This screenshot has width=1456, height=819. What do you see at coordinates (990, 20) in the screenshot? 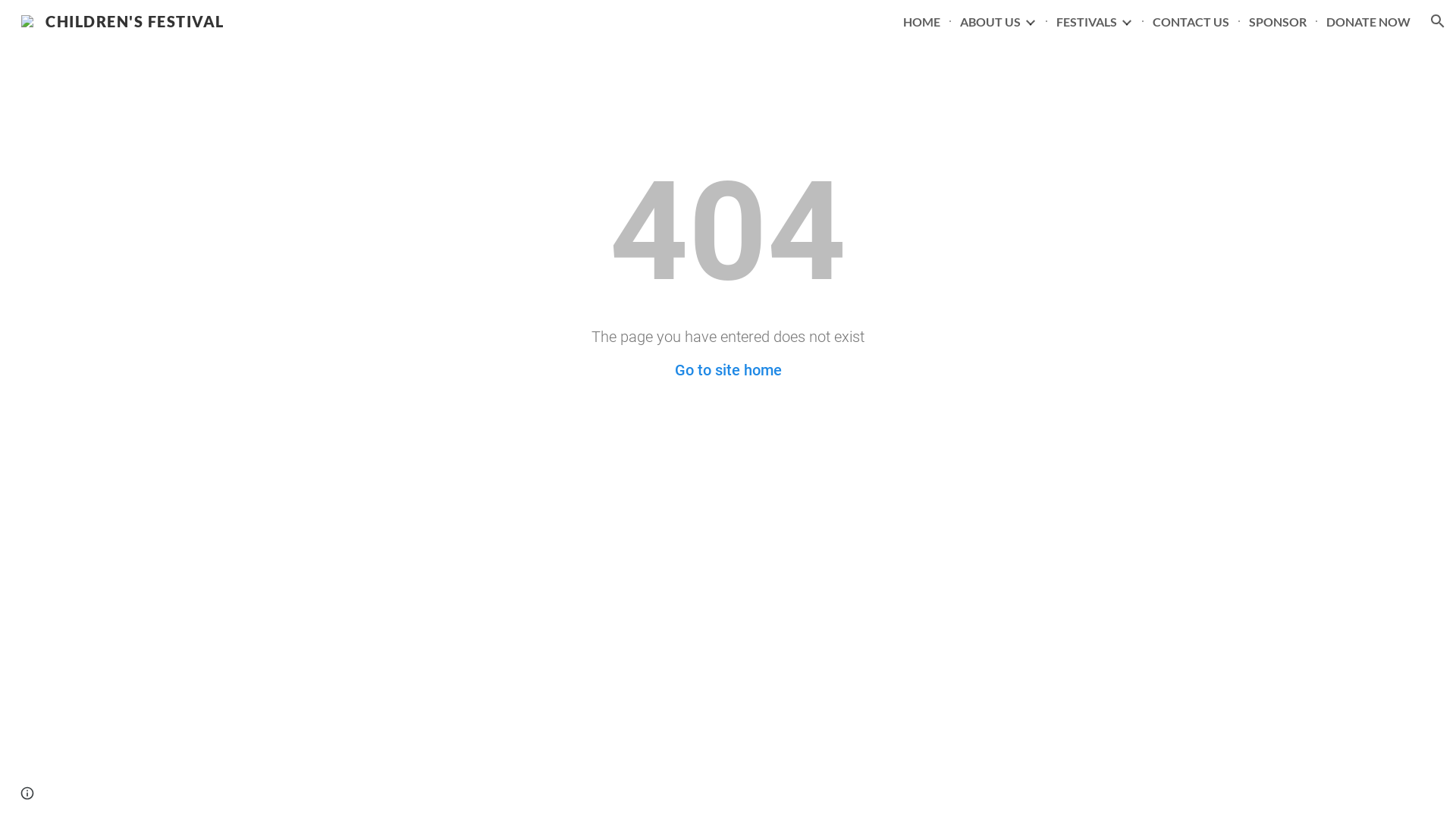
I see `'ABOUT US'` at bounding box center [990, 20].